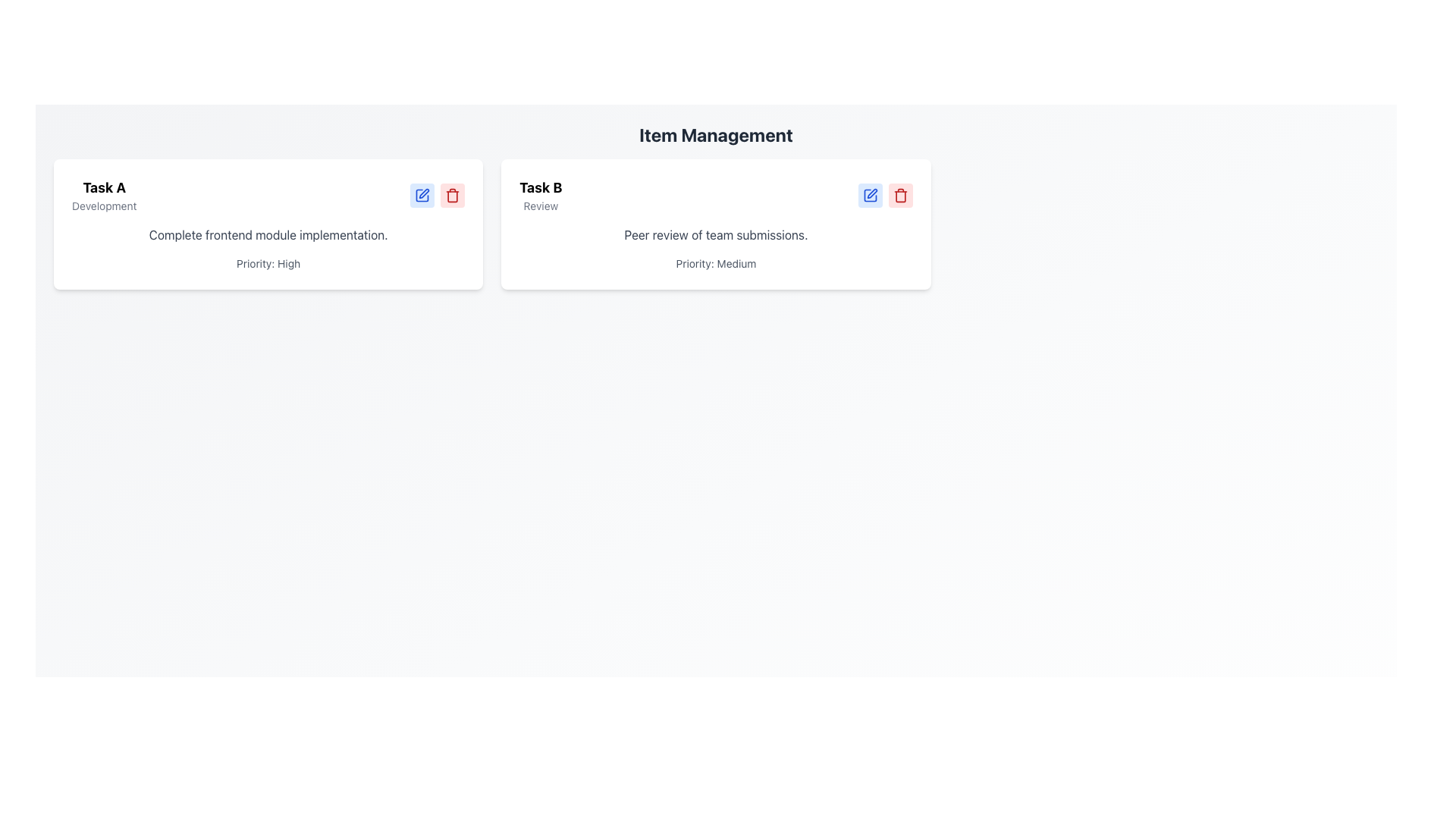 The height and width of the screenshot is (819, 1456). Describe the element at coordinates (452, 196) in the screenshot. I see `the trash can icon, which is a minimalistic line art style icon located at the top-right corner of the 'Task B' card` at that location.